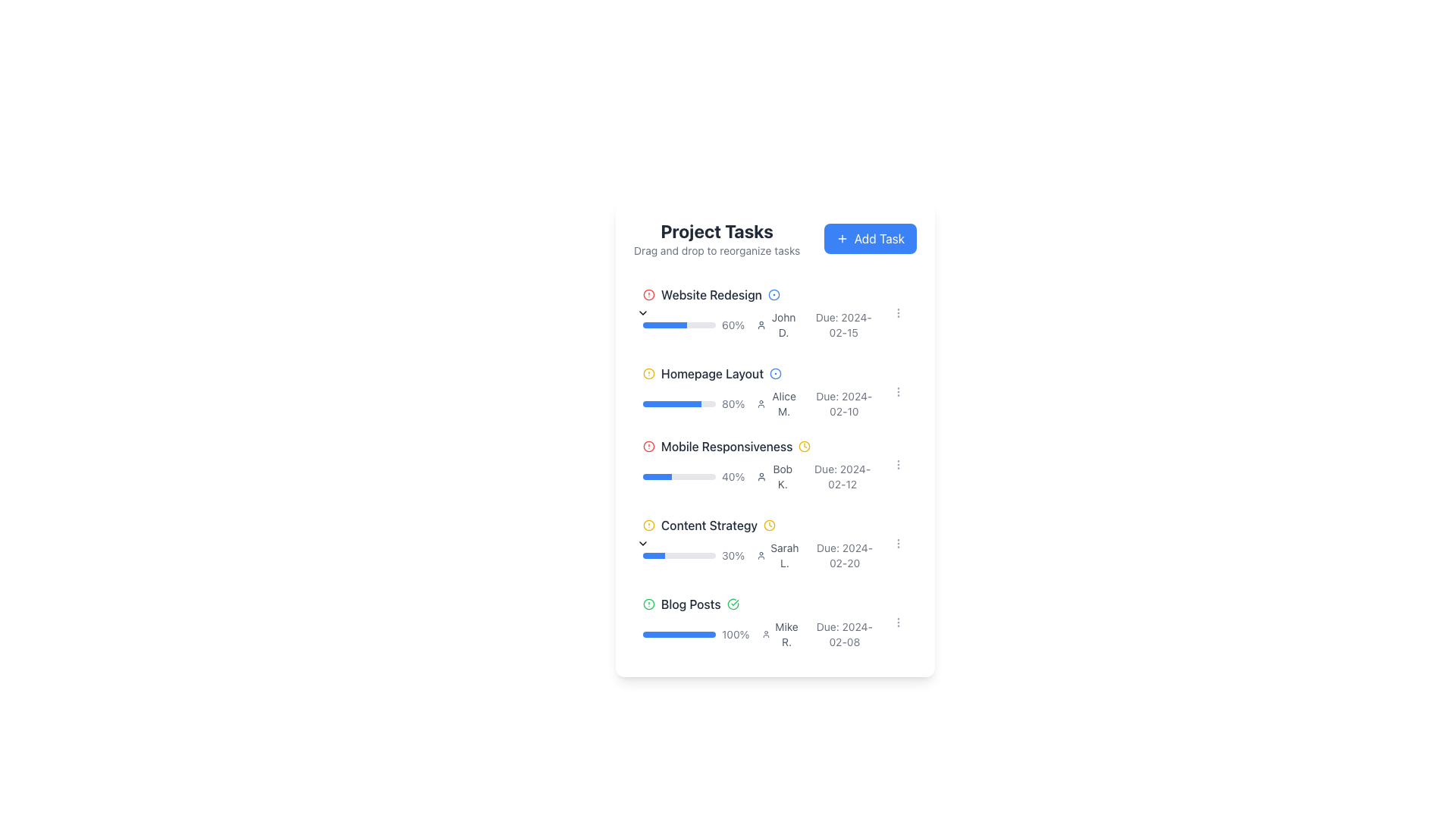 This screenshot has width=1456, height=819. I want to click on the Drag Handle located on the left side of the 'Blog Posts' task entry to enable repositioning of the task within the list, so click(625, 623).